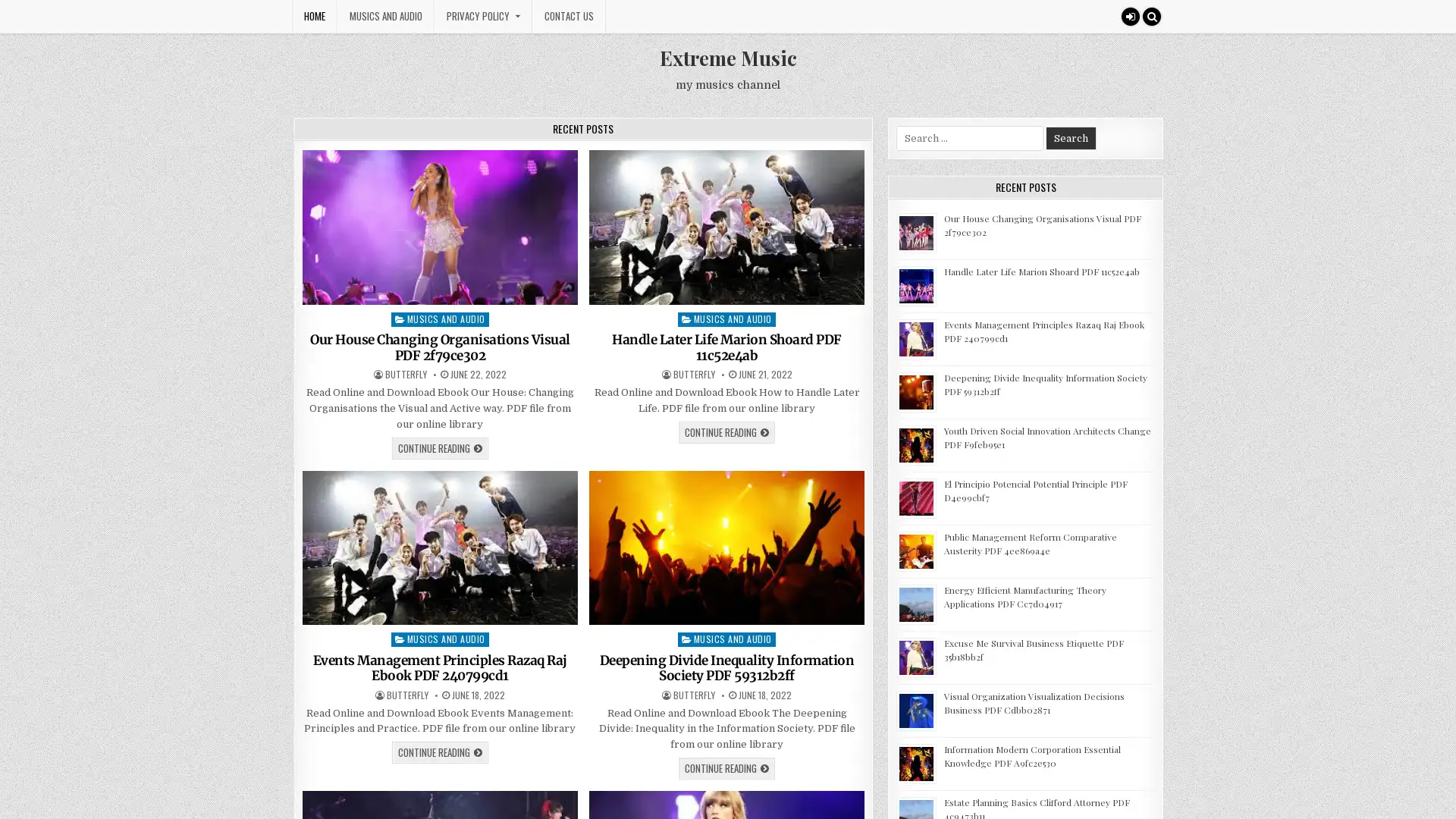 The width and height of the screenshot is (1456, 819). I want to click on Search, so click(1070, 138).